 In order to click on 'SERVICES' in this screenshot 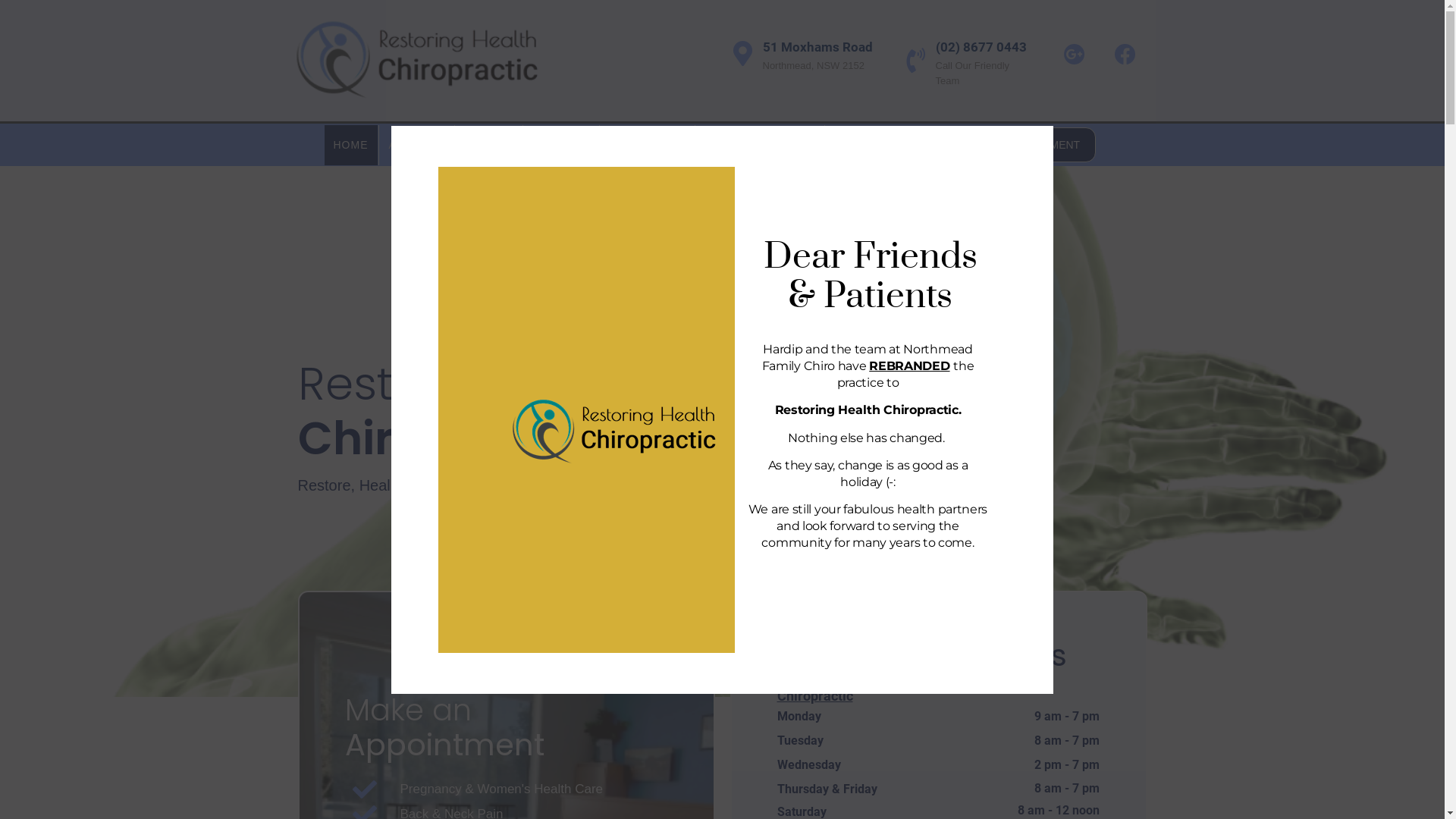, I will do `click(600, 144)`.